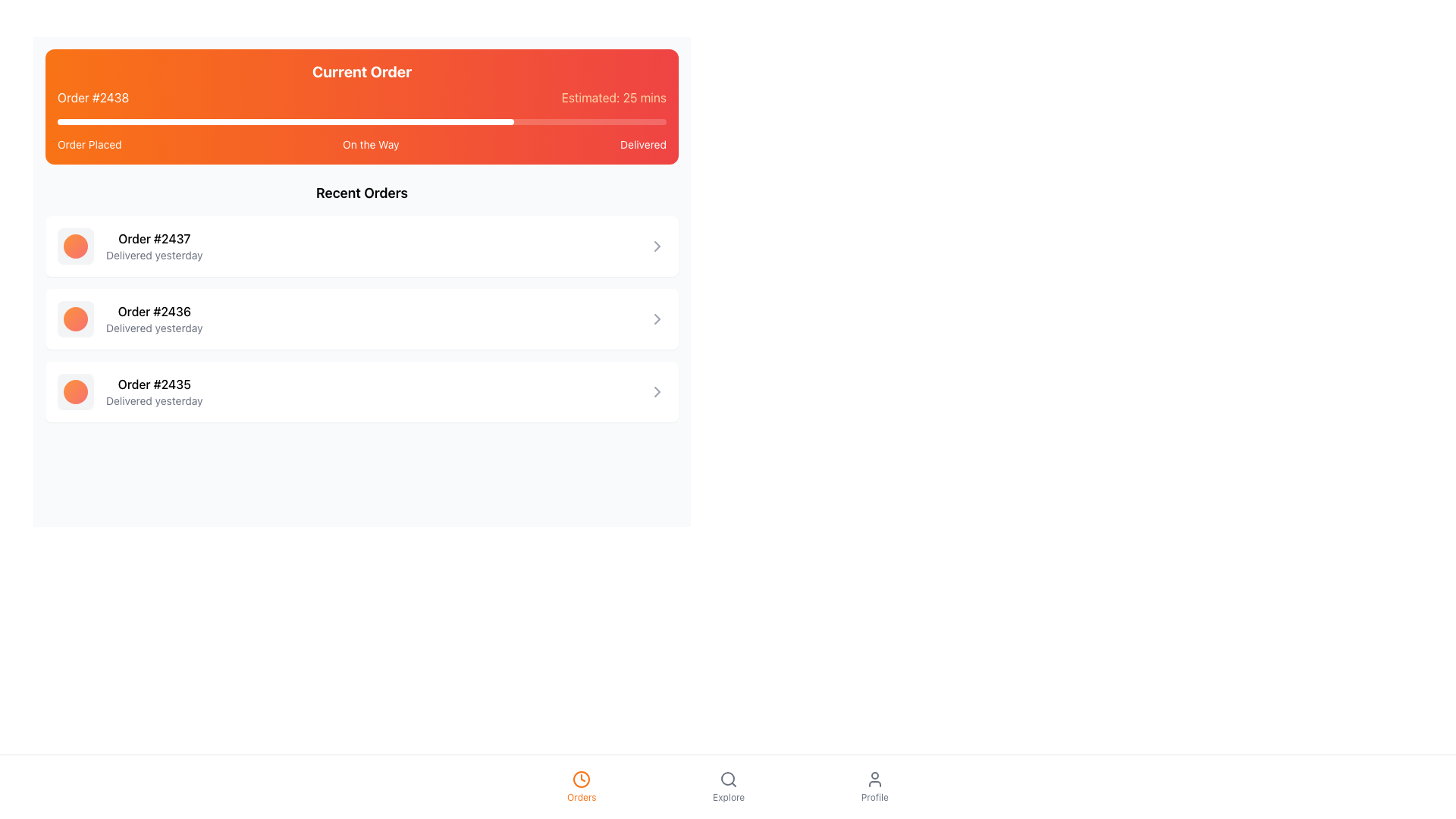 This screenshot has width=1456, height=819. What do you see at coordinates (209, 121) in the screenshot?
I see `the left portion of the progress bar segment that visually represents the progress state of the ongoing process, located under the 'Current Order' title` at bounding box center [209, 121].